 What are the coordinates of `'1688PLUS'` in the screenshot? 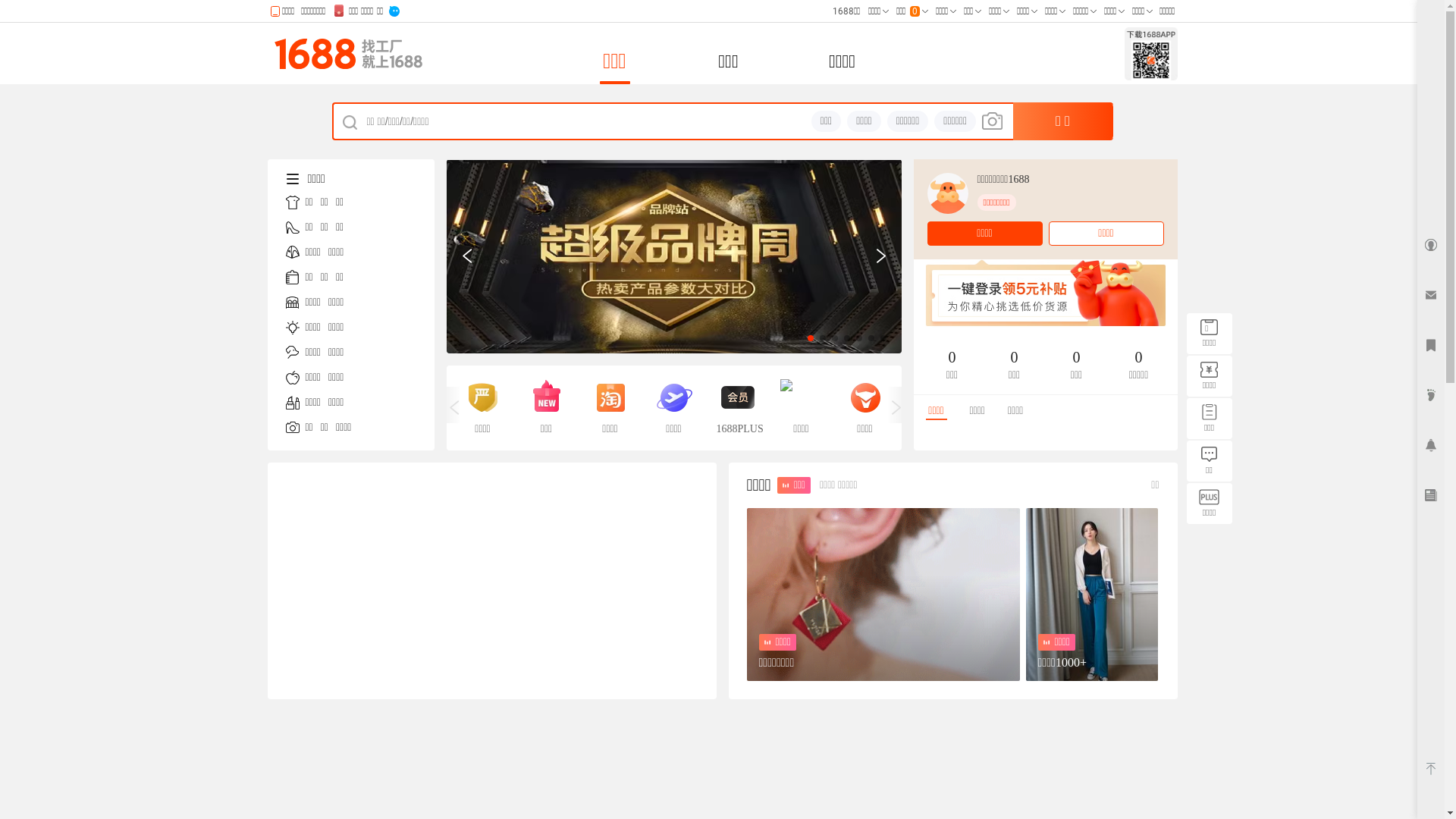 It's located at (736, 406).